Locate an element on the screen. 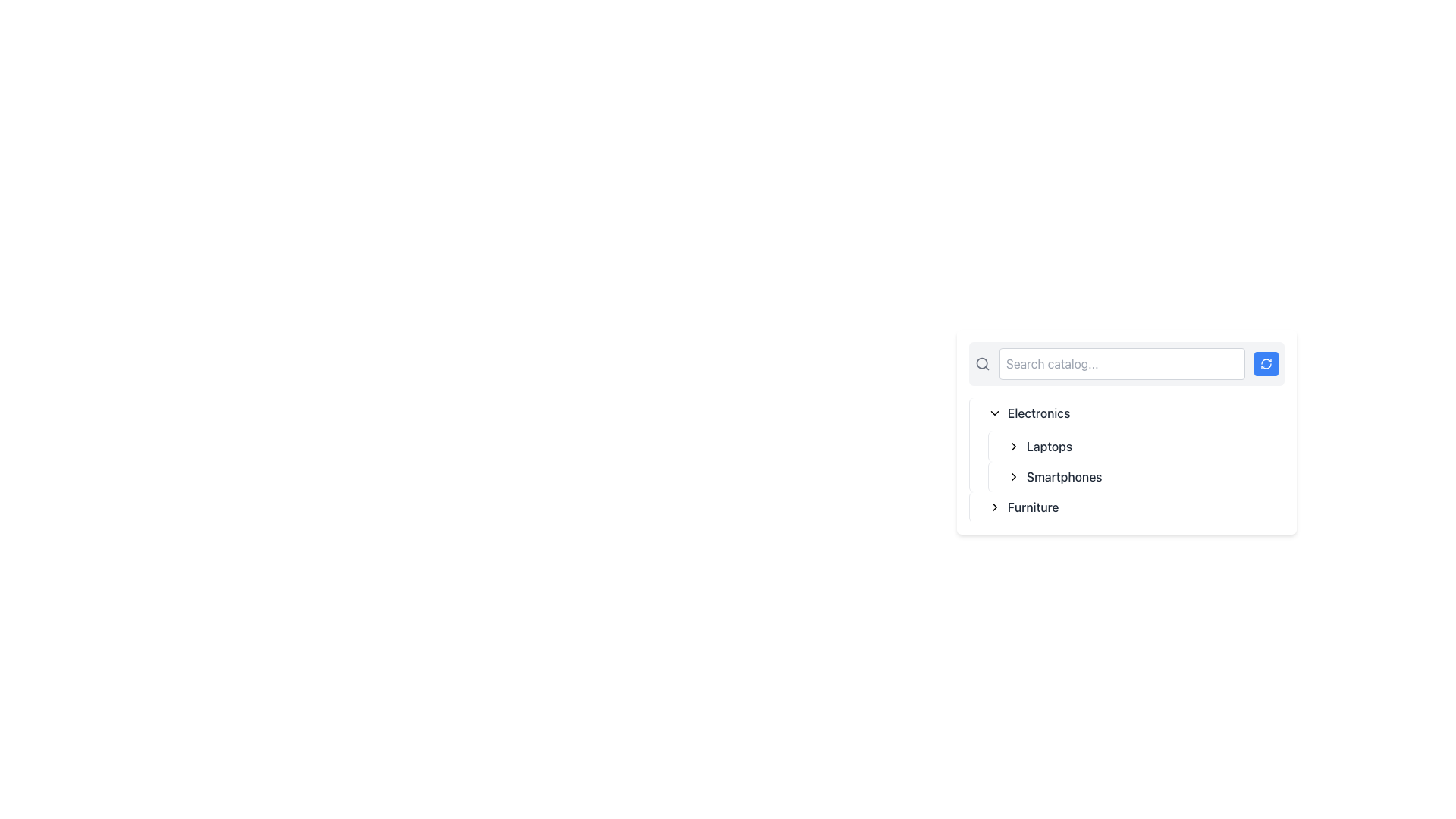 This screenshot has width=1456, height=819. the blue rounded button with a white refresh icon in the center is located at coordinates (1266, 363).